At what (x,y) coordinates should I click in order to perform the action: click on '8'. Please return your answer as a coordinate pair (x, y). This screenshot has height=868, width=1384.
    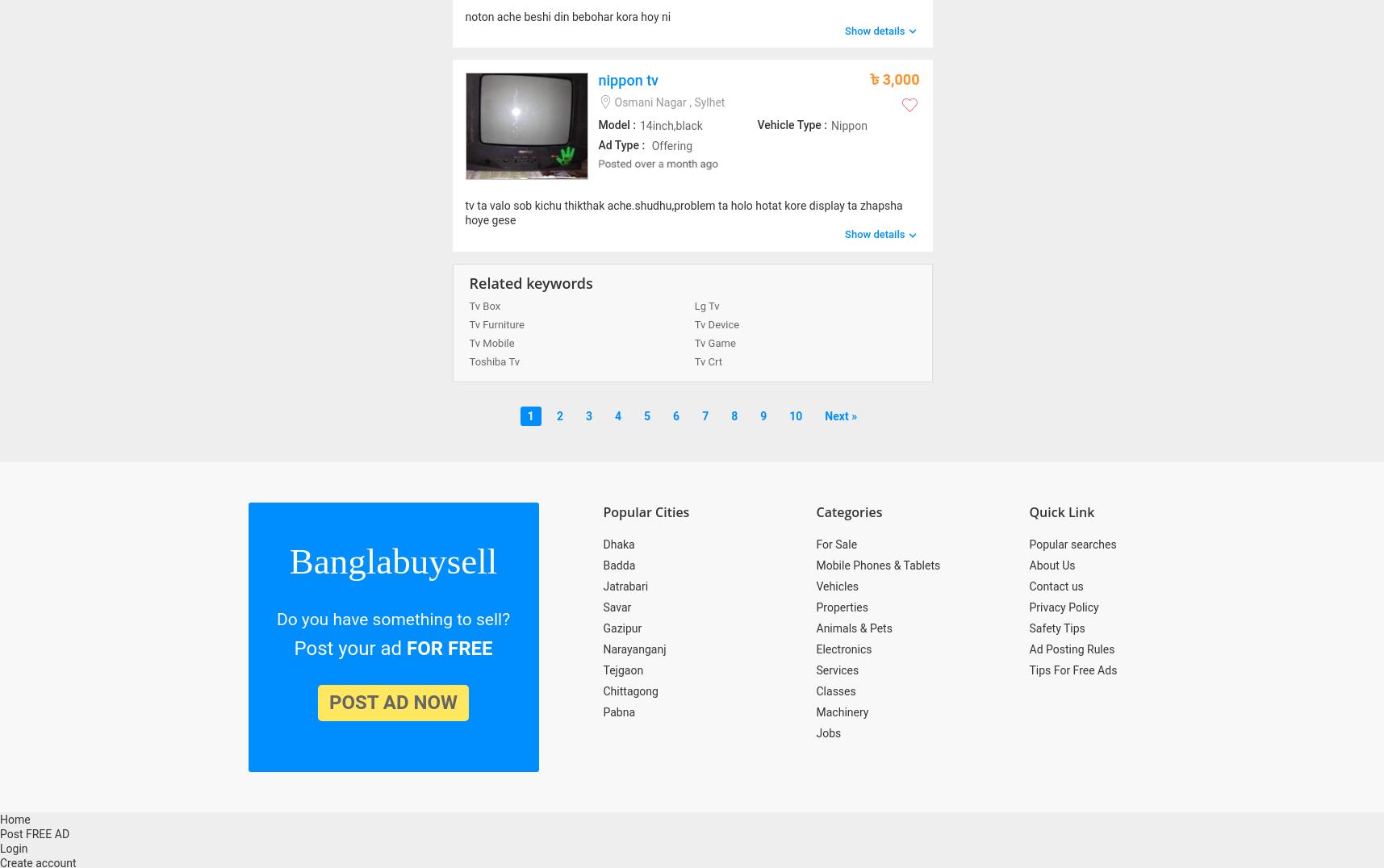
    Looking at the image, I should click on (734, 415).